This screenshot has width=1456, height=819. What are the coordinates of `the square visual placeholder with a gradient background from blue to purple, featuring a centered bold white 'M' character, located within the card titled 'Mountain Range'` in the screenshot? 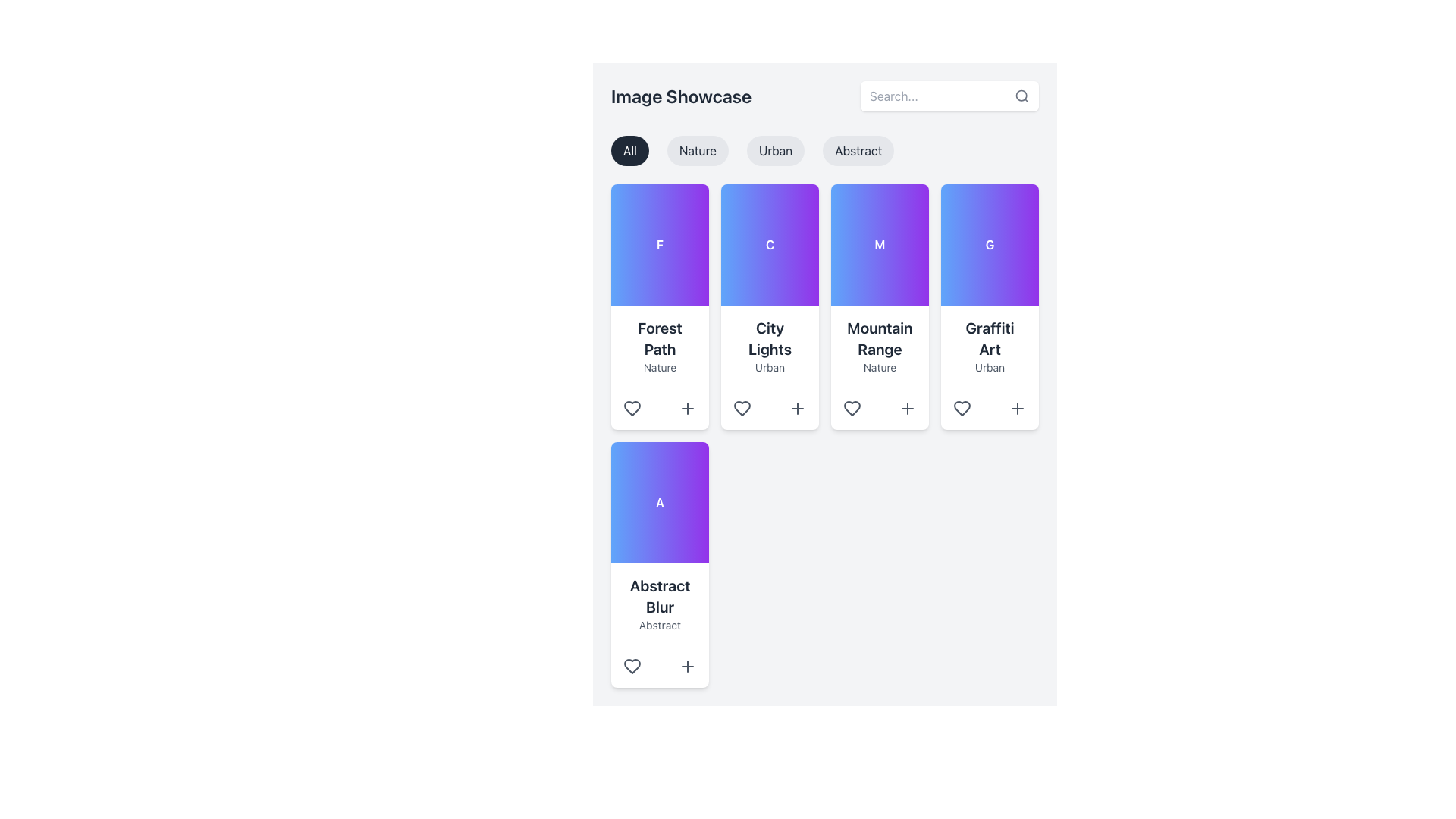 It's located at (880, 244).